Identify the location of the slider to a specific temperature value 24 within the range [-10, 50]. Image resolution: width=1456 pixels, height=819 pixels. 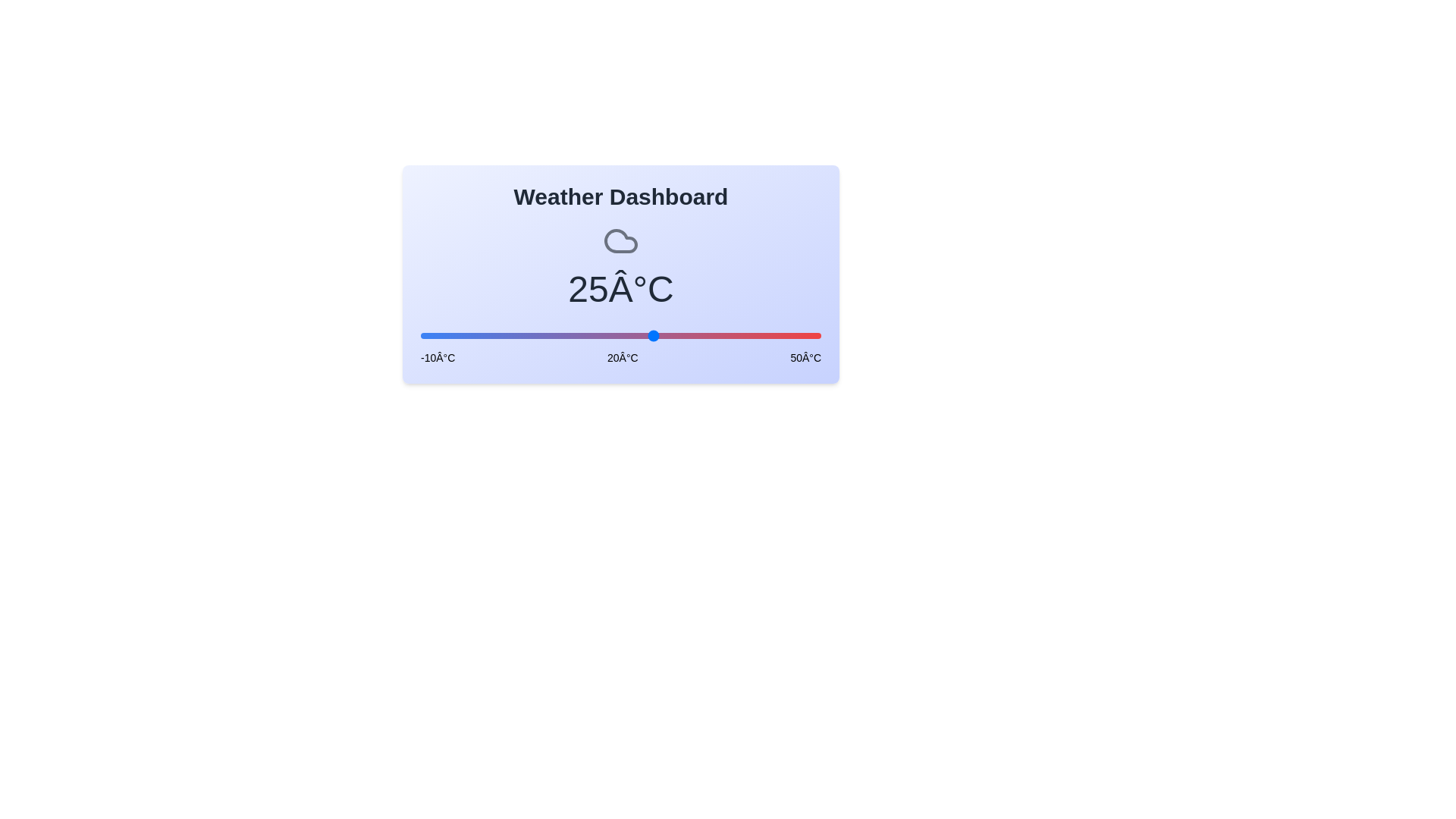
(648, 335).